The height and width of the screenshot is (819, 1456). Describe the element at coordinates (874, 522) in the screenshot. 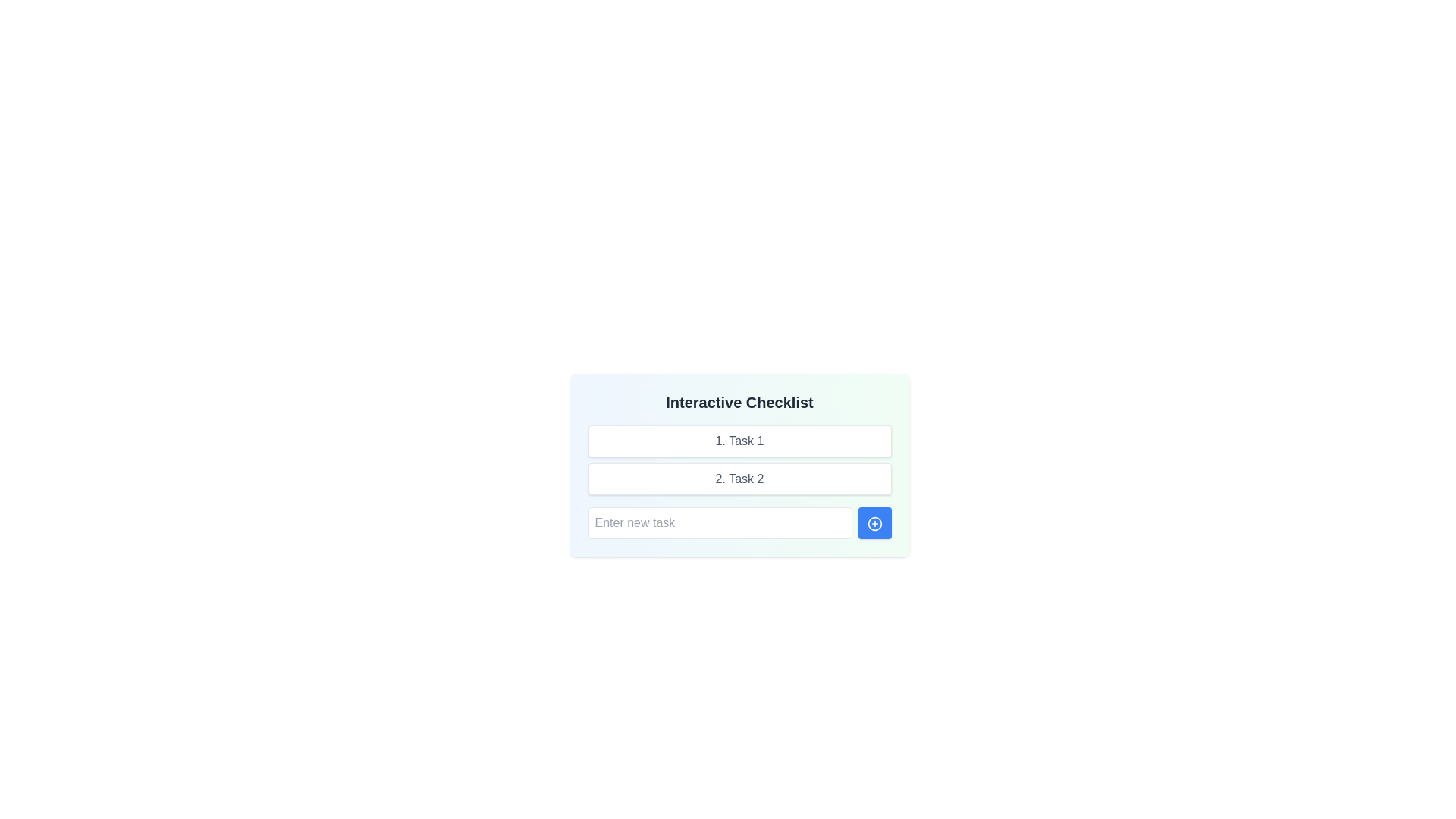

I see `the circular interactive icon with a blue border and a plus symbol inside, located at the right end of an input field below the checklist items labeled '1. Task 1' and '2. Task 2'` at that location.